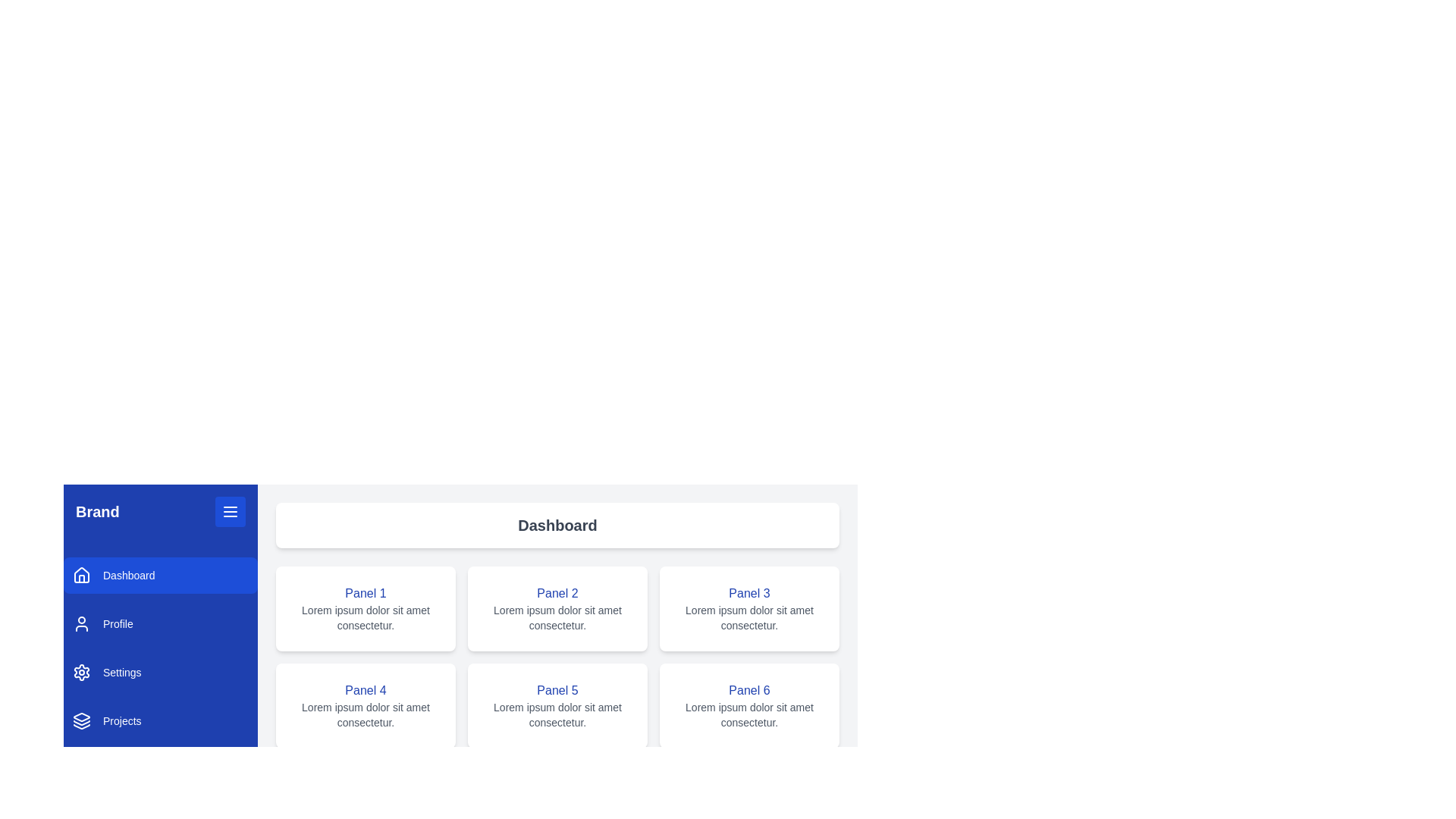  Describe the element at coordinates (229, 512) in the screenshot. I see `the menu toggle button located in the top-right corner of the blue navigation sidebar` at that location.